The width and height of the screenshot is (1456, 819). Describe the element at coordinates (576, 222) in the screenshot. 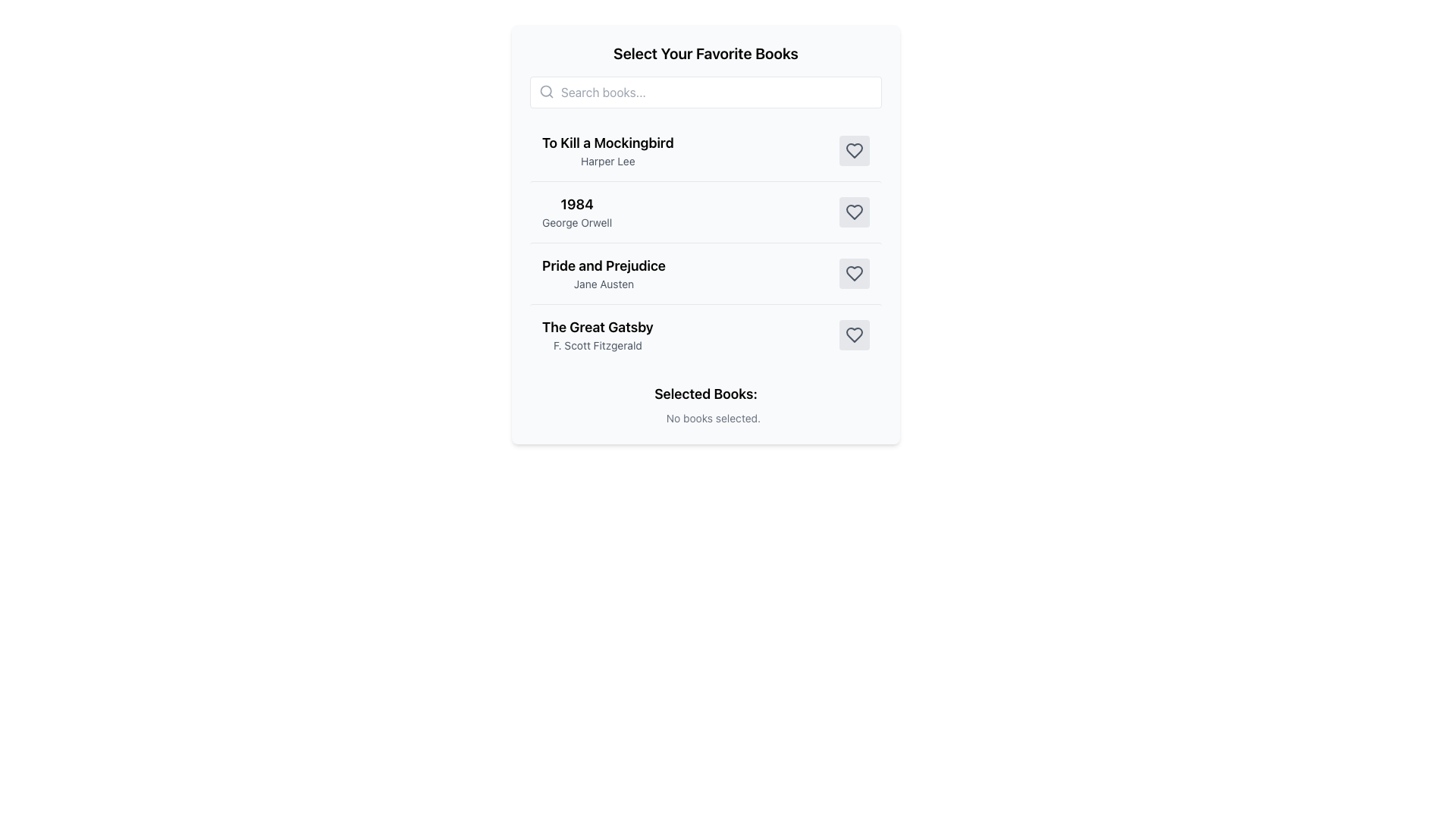

I see `the text label that displays the author 'George Orwell' associated with the book '1984', located directly below the book title in the list` at that location.